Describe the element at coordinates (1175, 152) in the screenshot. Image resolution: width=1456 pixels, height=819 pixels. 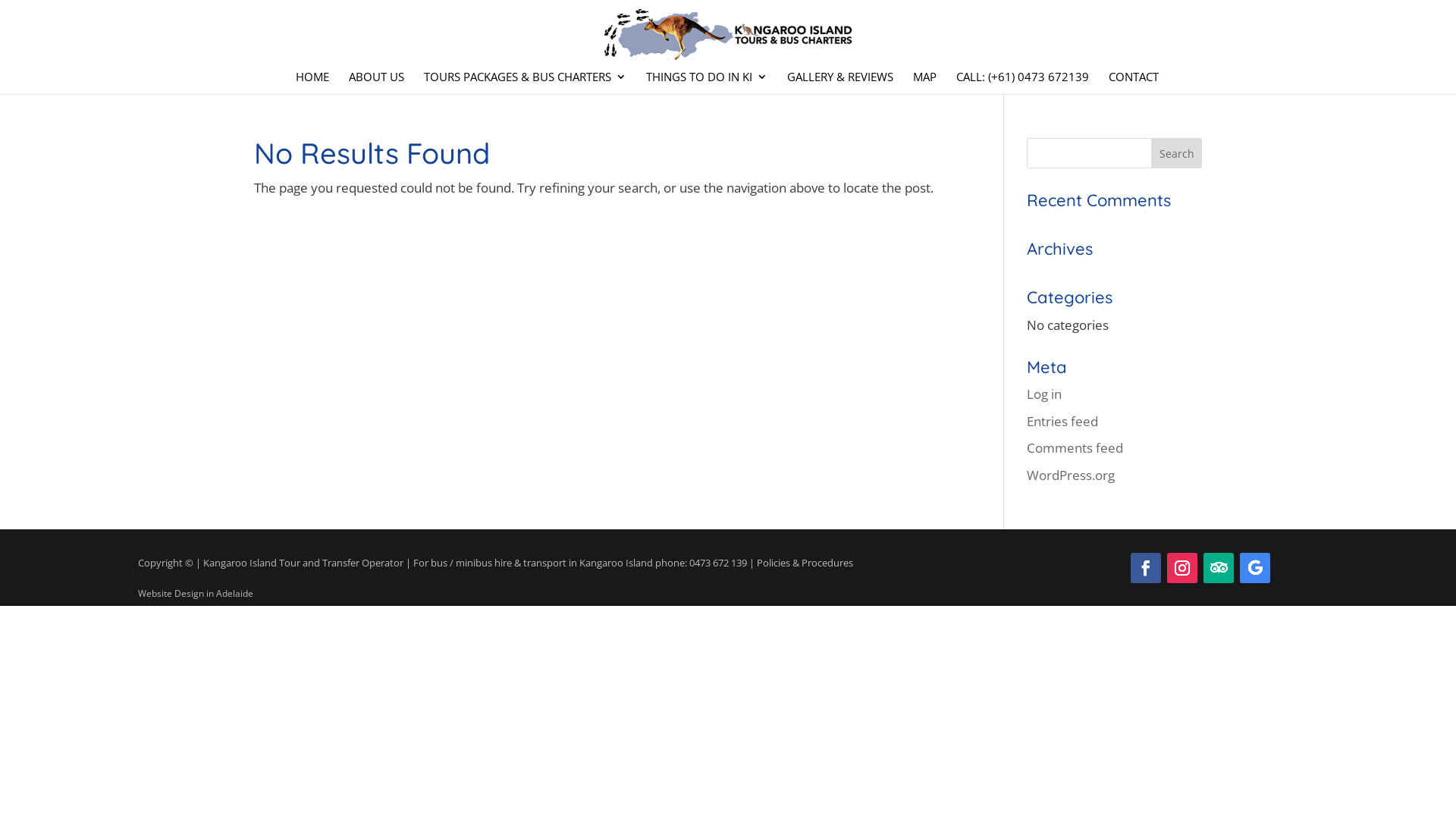
I see `'Search'` at that location.